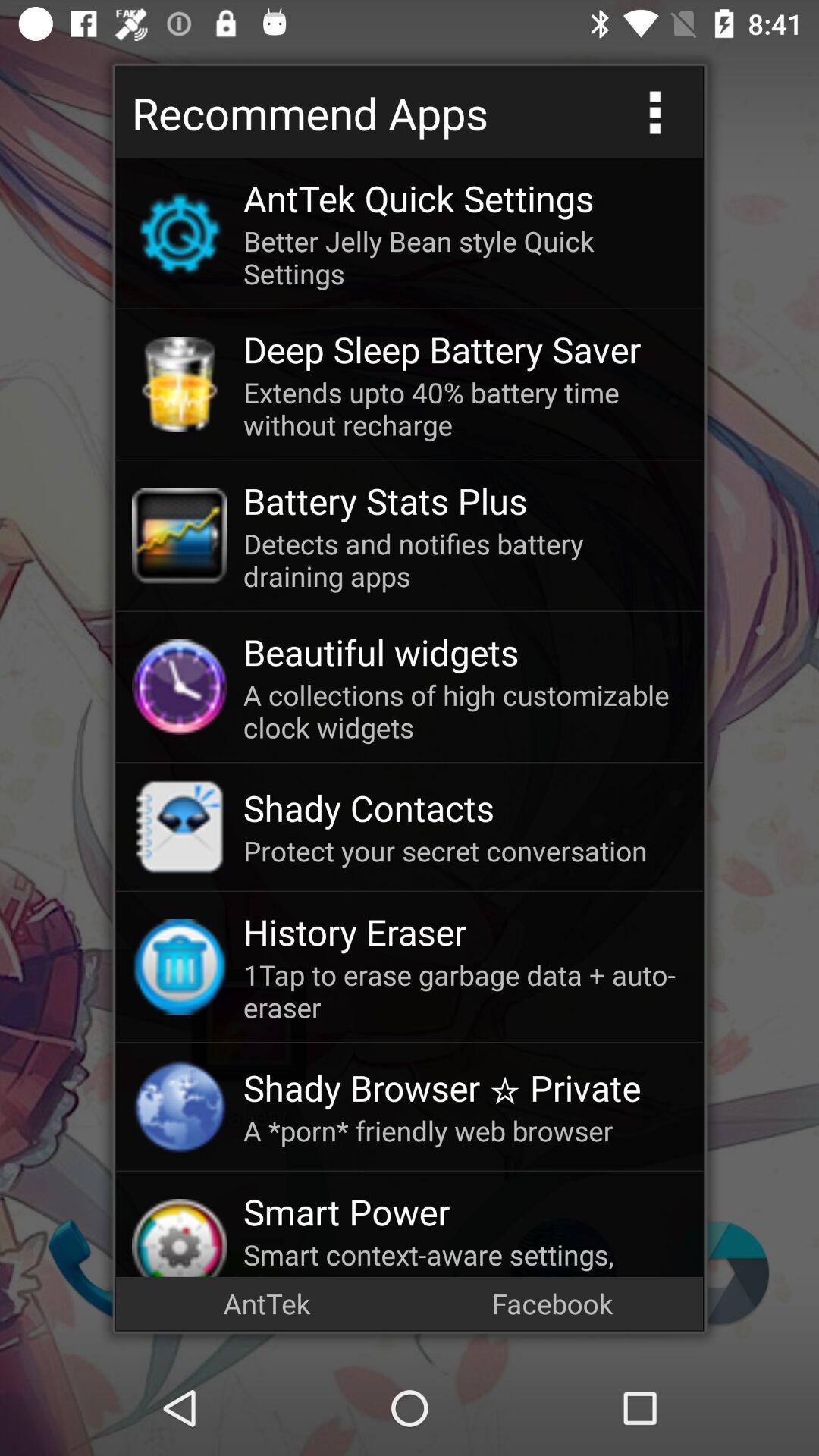 This screenshot has height=1456, width=819. I want to click on app below smart power app, so click(464, 1256).